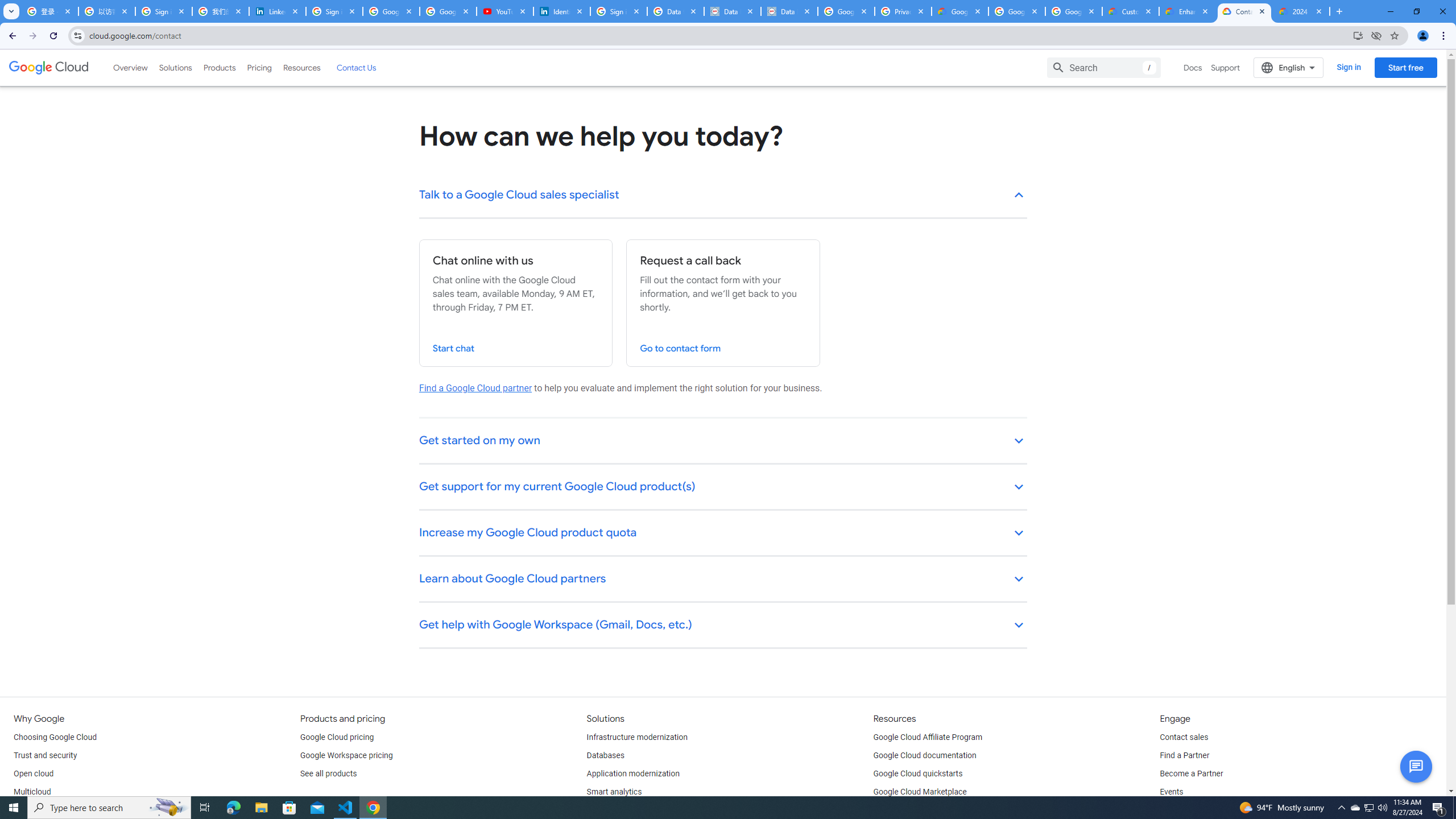 Image resolution: width=1456 pixels, height=819 pixels. What do you see at coordinates (638, 738) in the screenshot?
I see `'Infrastructure modernization'` at bounding box center [638, 738].